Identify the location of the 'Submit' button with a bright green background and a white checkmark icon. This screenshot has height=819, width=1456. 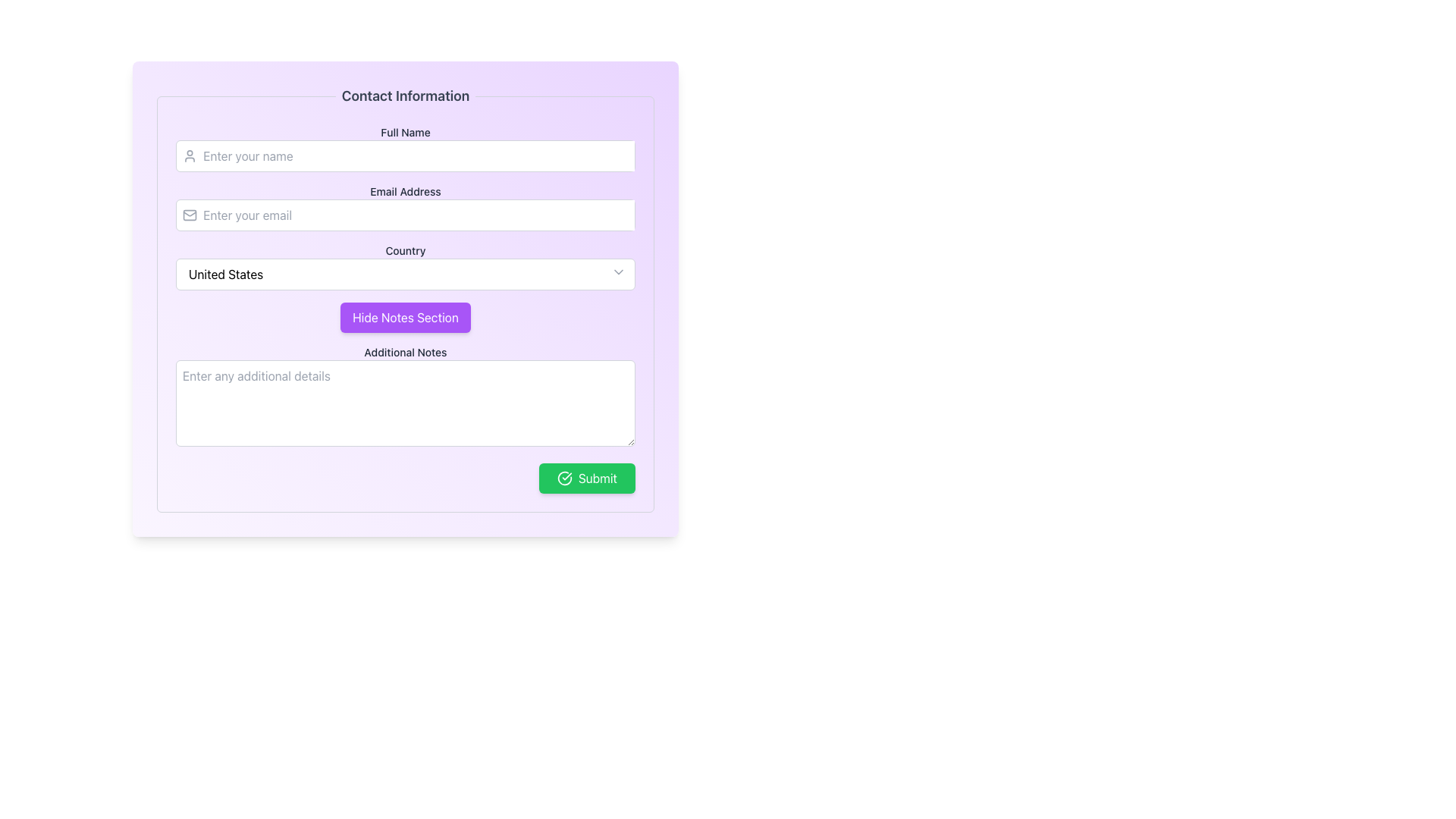
(586, 479).